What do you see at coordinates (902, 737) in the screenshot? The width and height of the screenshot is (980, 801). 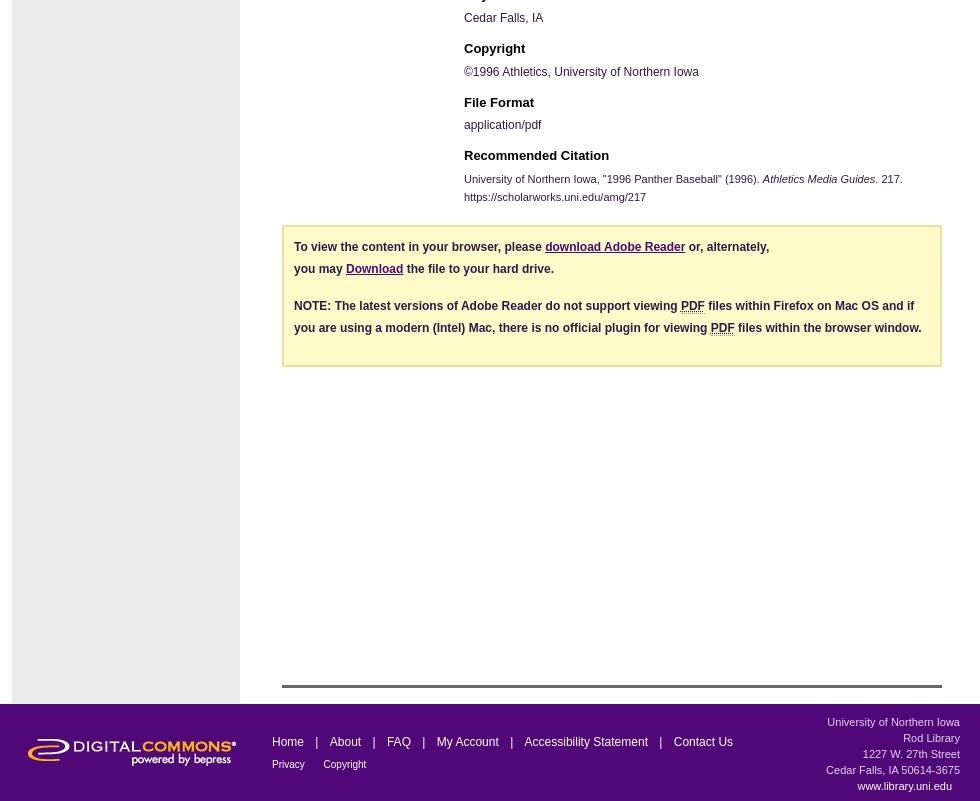 I see `'Rod Library'` at bounding box center [902, 737].